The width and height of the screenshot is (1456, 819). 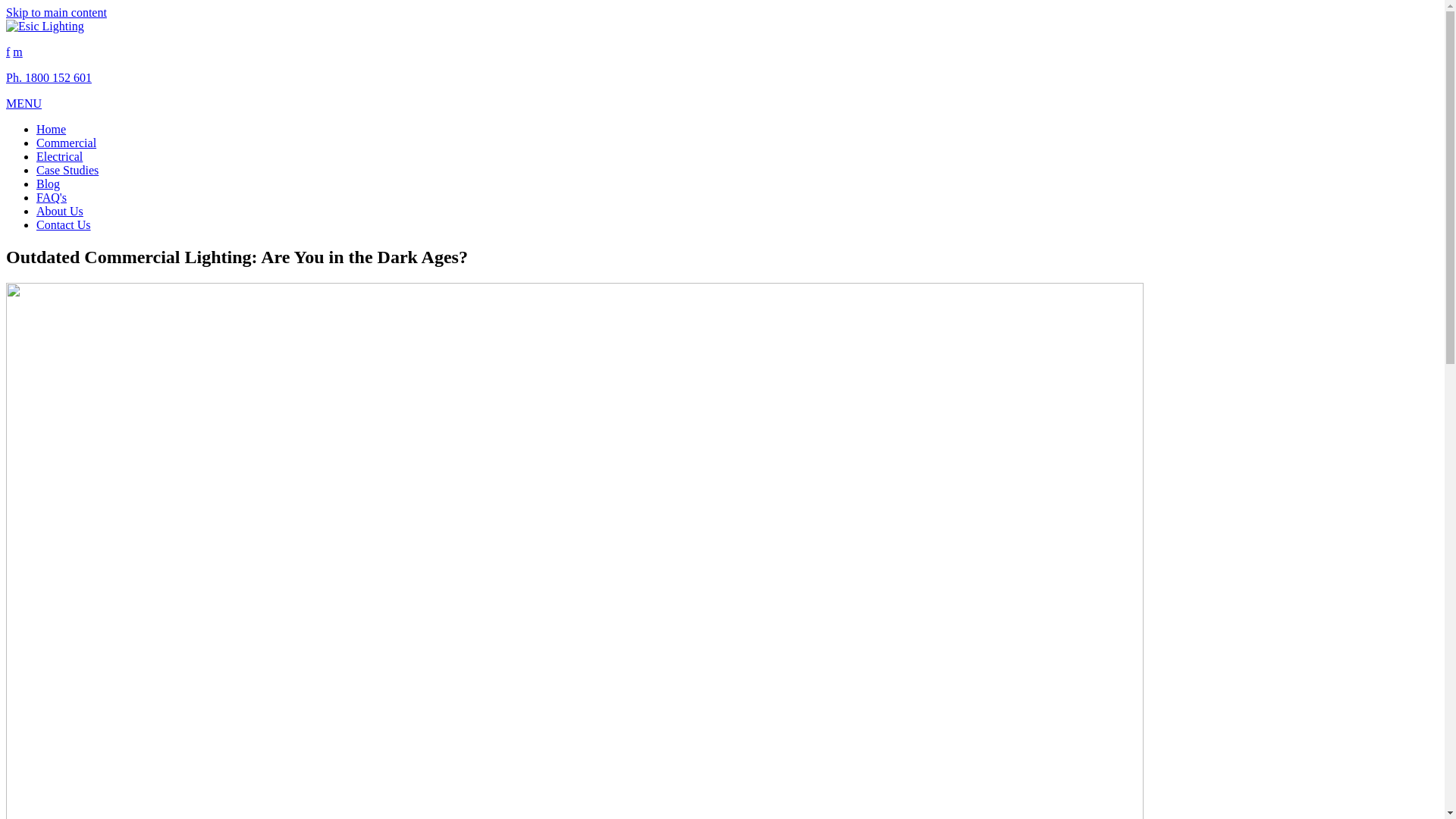 I want to click on 'Skip to main content', so click(x=56, y=12).